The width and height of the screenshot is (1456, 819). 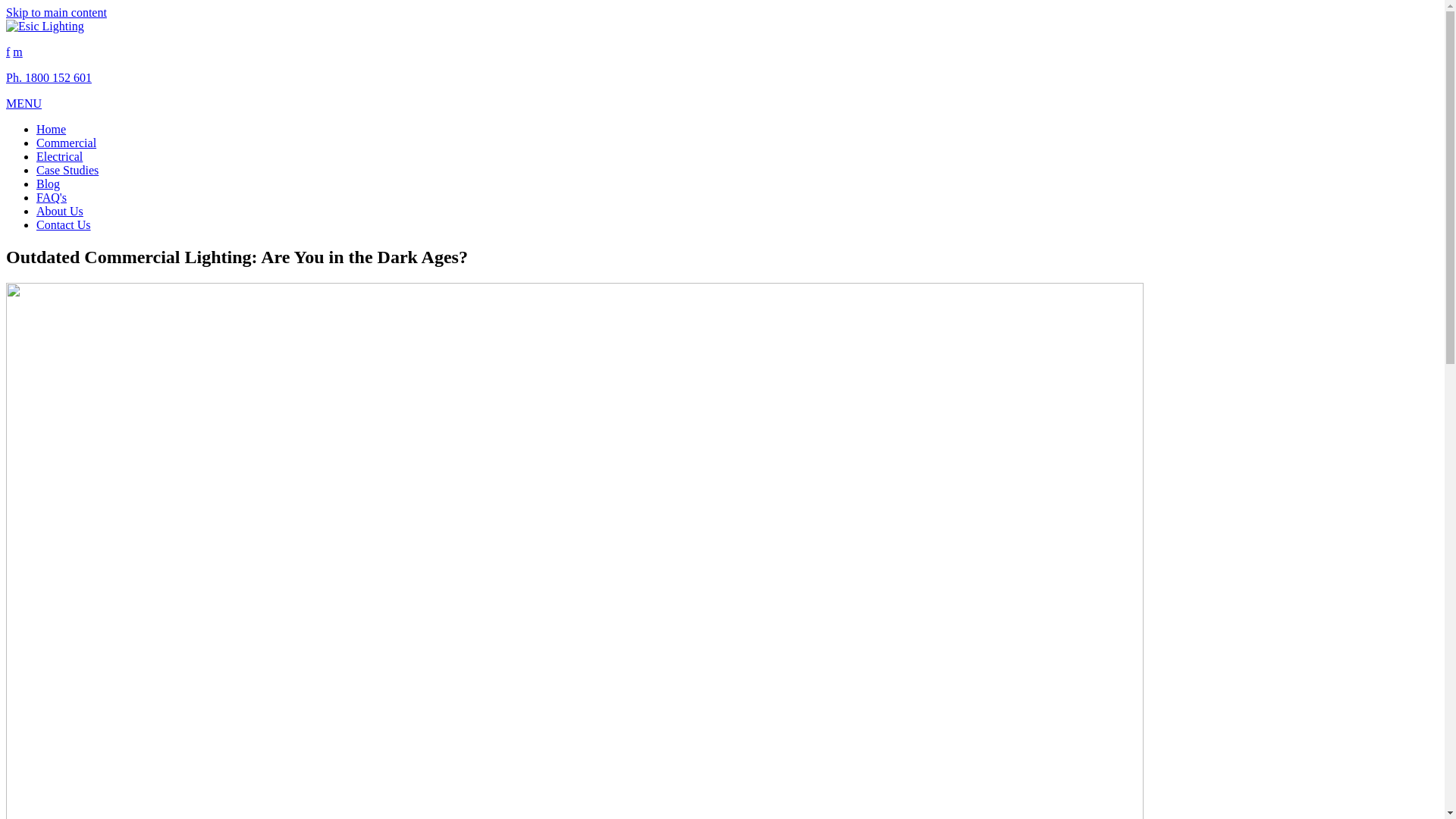 I want to click on 'Skip to main content', so click(x=56, y=12).